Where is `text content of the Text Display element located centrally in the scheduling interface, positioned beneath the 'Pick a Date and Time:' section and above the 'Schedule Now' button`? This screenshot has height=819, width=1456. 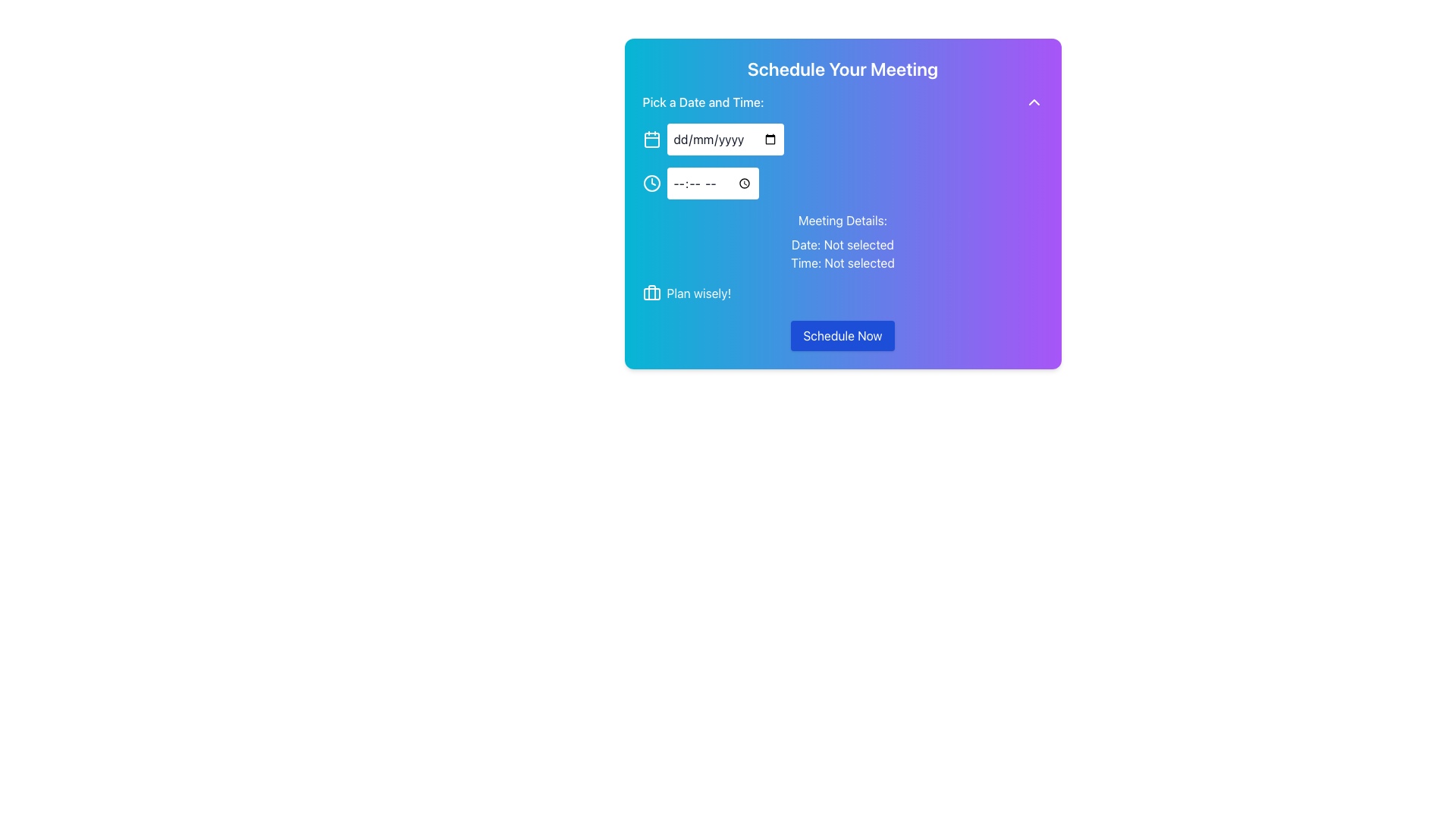 text content of the Text Display element located centrally in the scheduling interface, positioned beneath the 'Pick a Date and Time:' section and above the 'Schedule Now' button is located at coordinates (842, 256).